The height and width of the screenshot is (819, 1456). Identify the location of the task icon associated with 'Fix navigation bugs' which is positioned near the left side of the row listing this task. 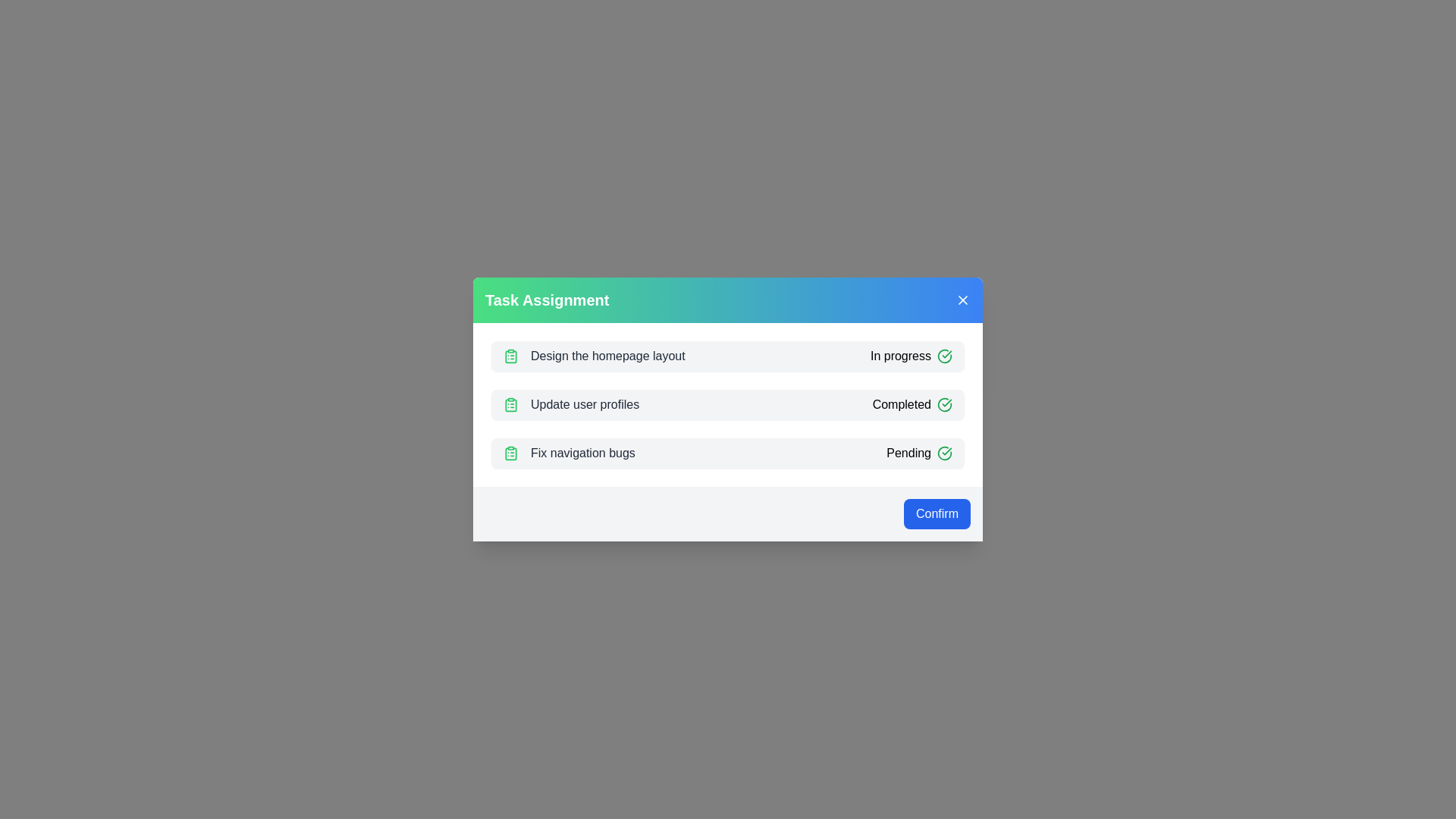
(510, 452).